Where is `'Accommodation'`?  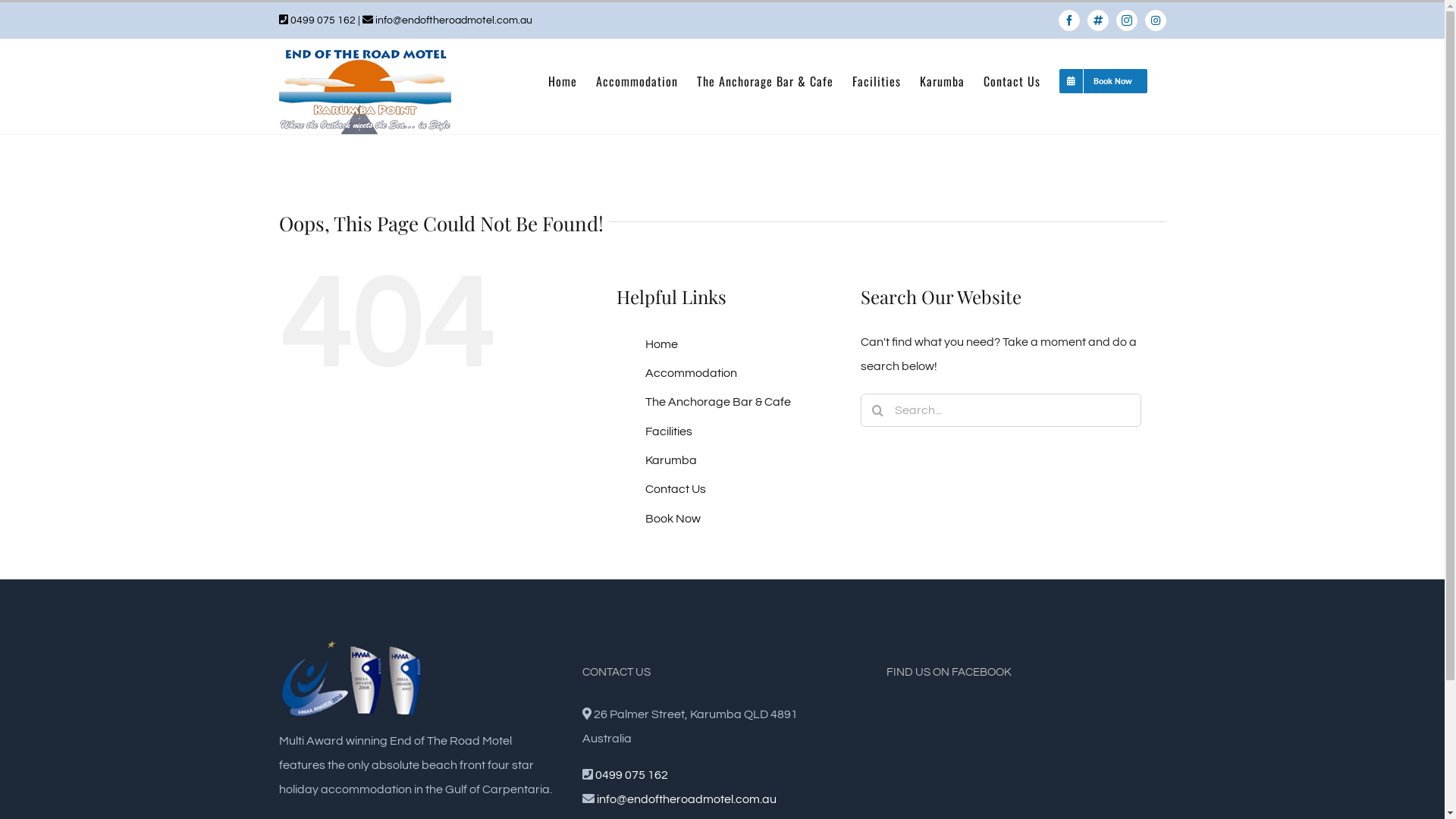
'Accommodation' is located at coordinates (690, 373).